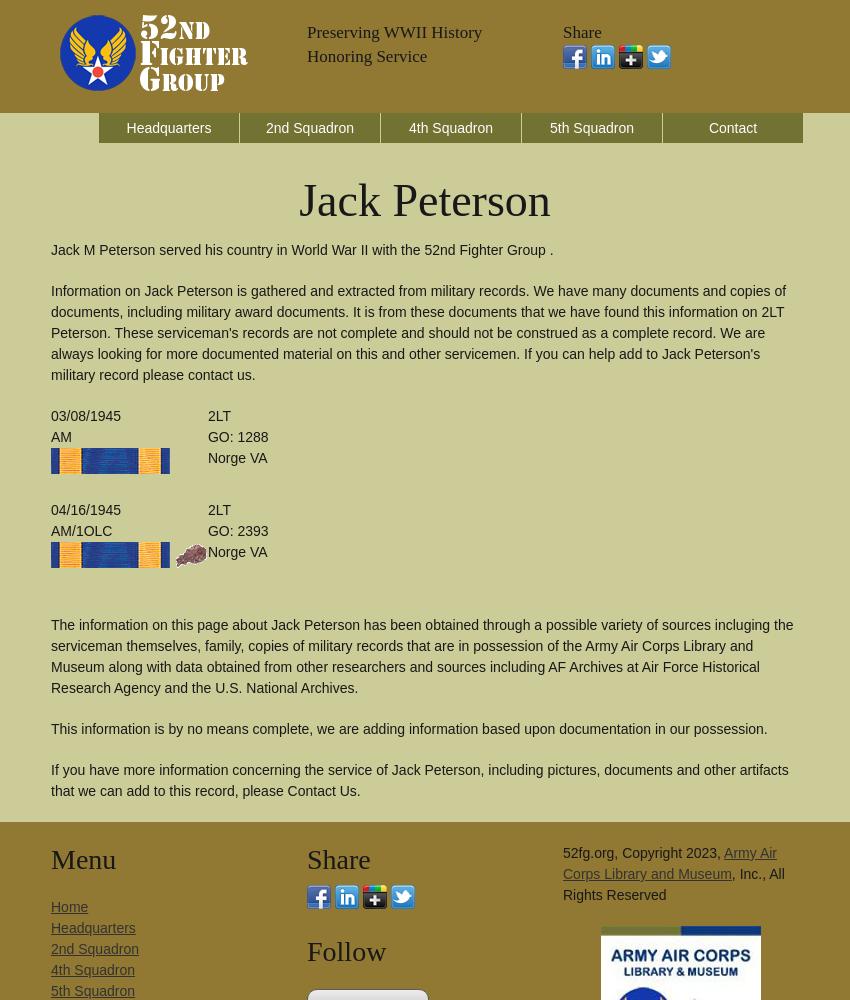  I want to click on 'Follow', so click(345, 950).